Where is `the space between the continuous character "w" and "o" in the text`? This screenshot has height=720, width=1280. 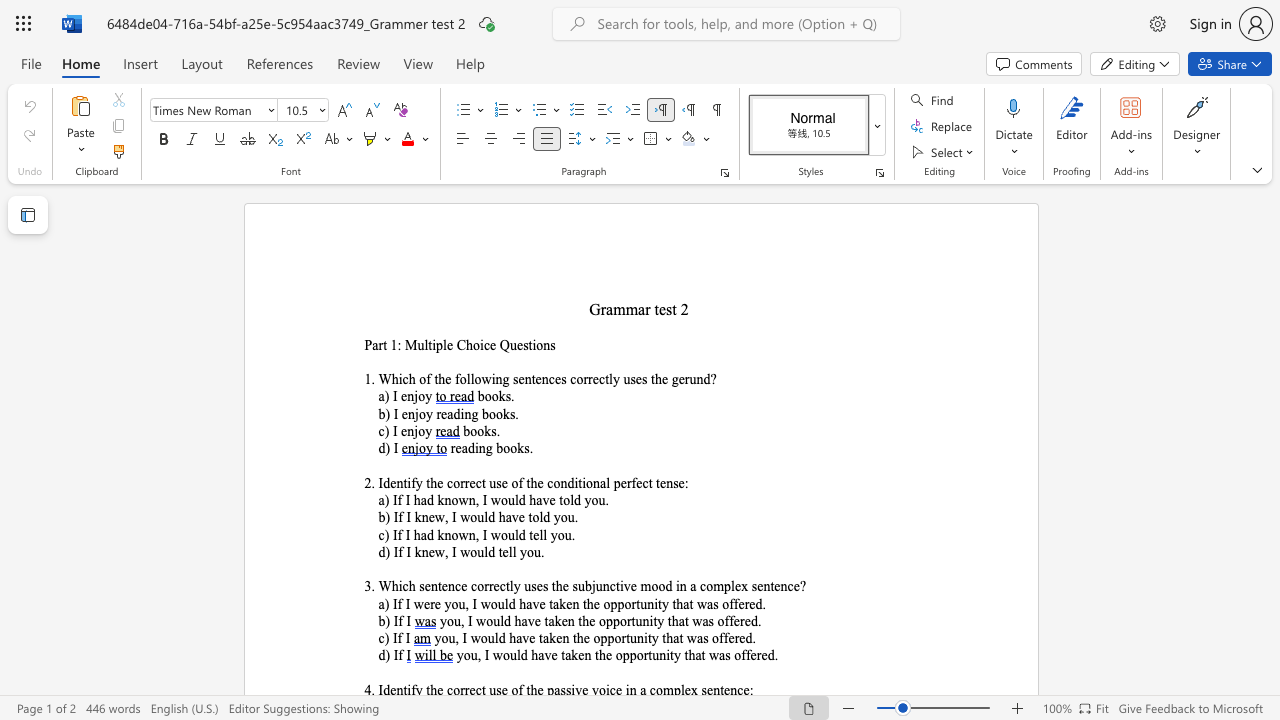 the space between the continuous character "w" and "o" in the text is located at coordinates (500, 534).